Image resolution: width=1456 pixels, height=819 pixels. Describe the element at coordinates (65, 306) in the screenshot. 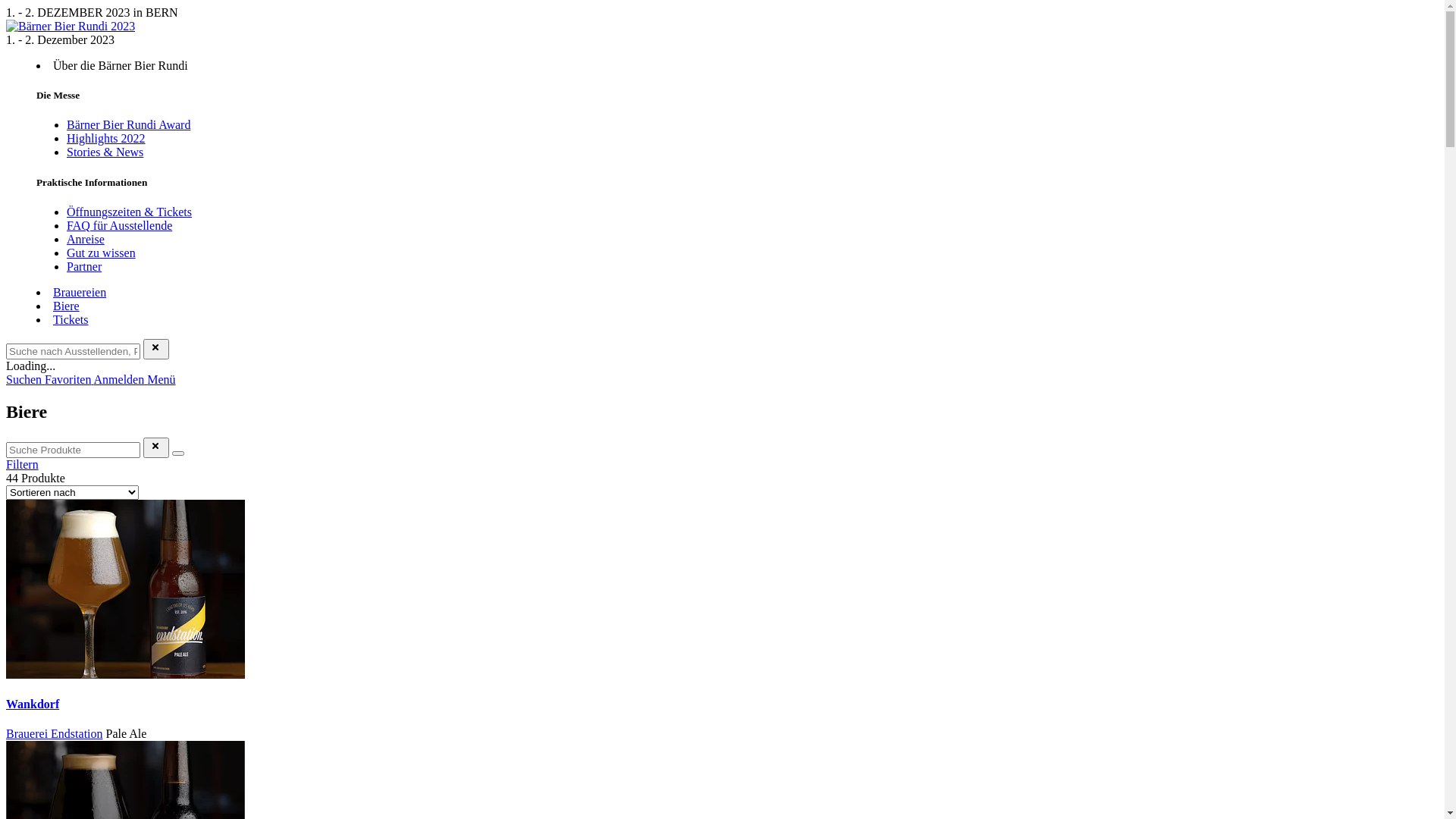

I see `'Biere'` at that location.